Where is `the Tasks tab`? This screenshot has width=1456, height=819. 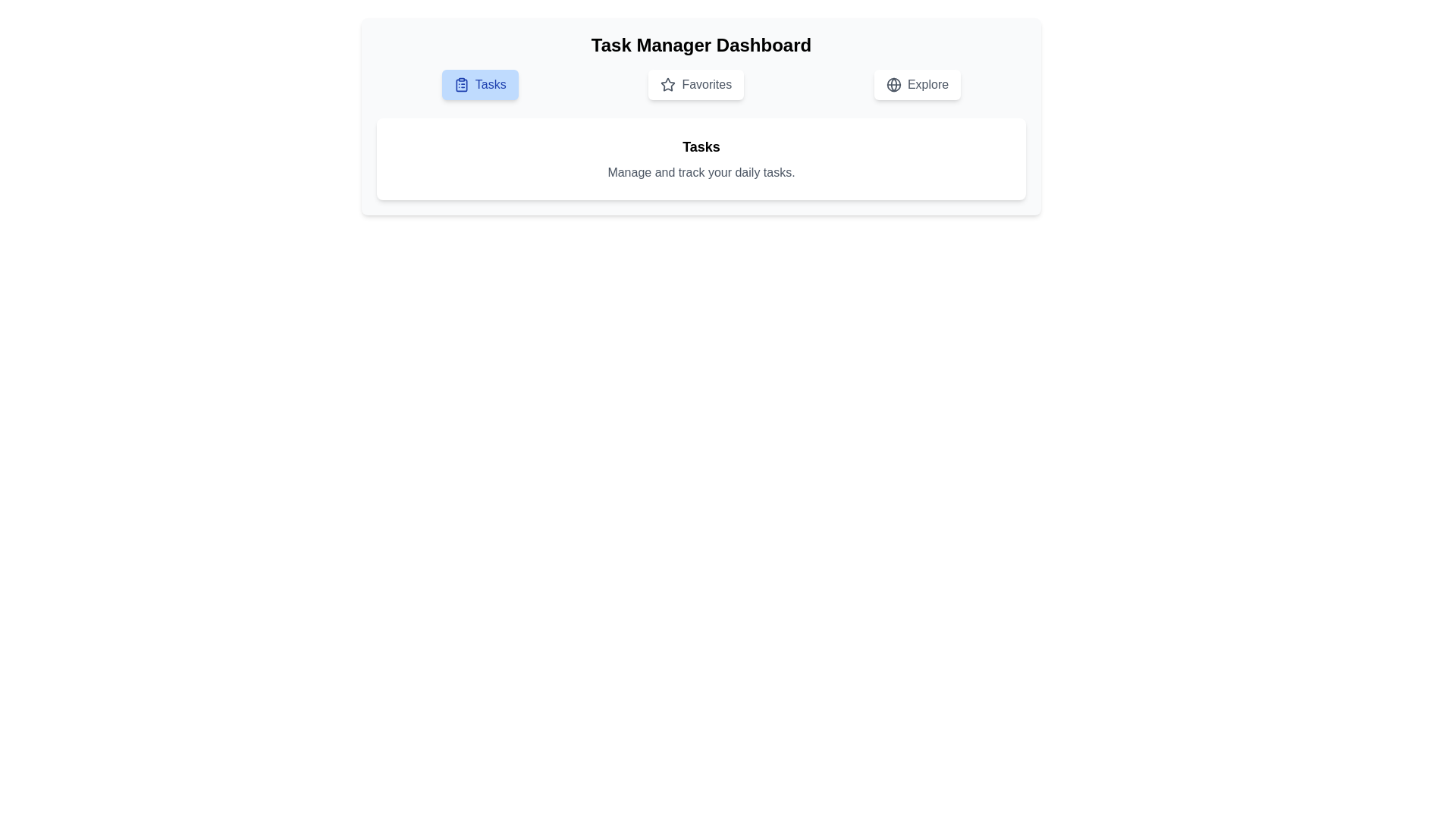 the Tasks tab is located at coordinates (479, 84).